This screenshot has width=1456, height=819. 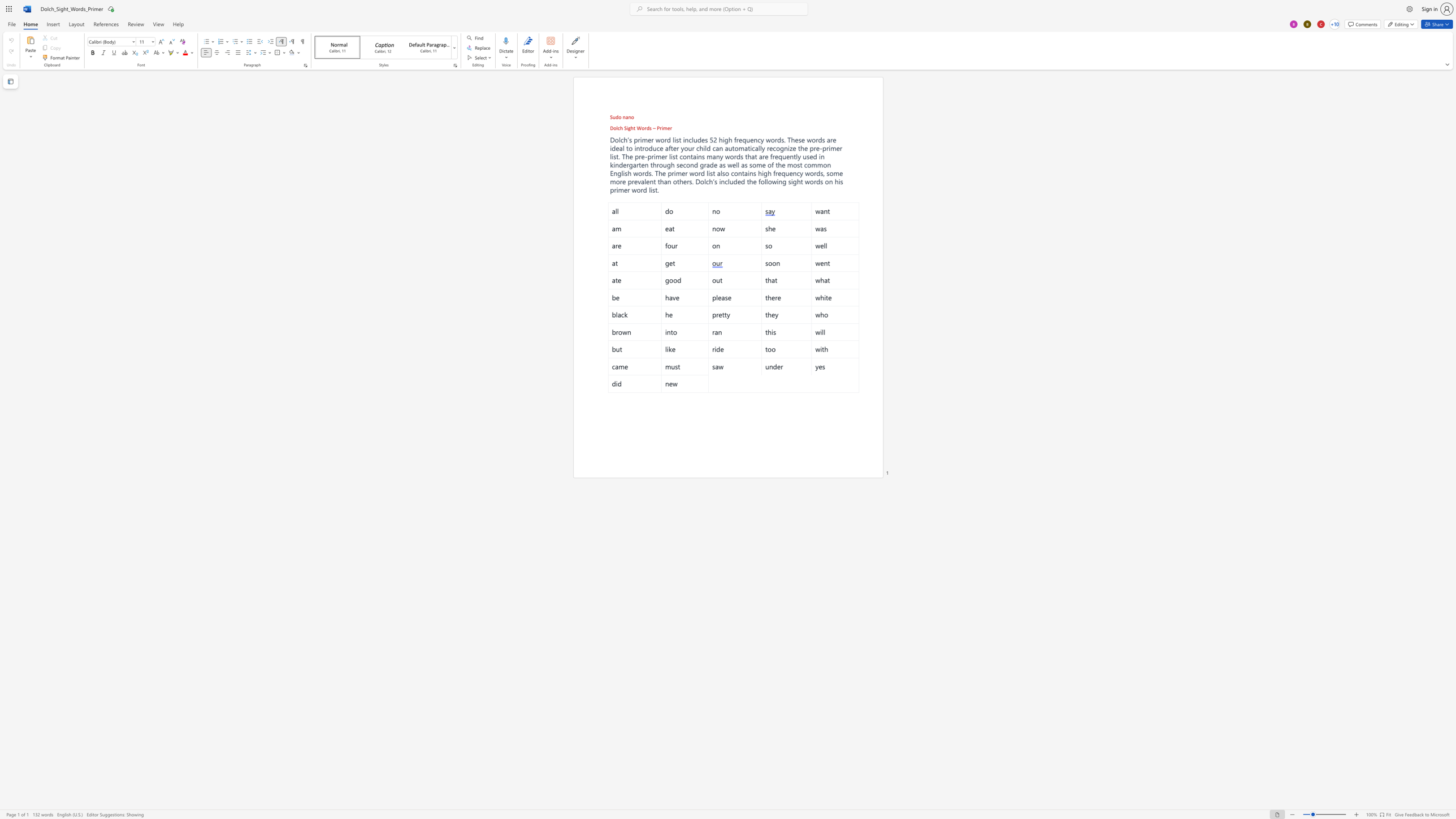 I want to click on the space between the continuous character "a" and "t" in the text, so click(x=754, y=155).